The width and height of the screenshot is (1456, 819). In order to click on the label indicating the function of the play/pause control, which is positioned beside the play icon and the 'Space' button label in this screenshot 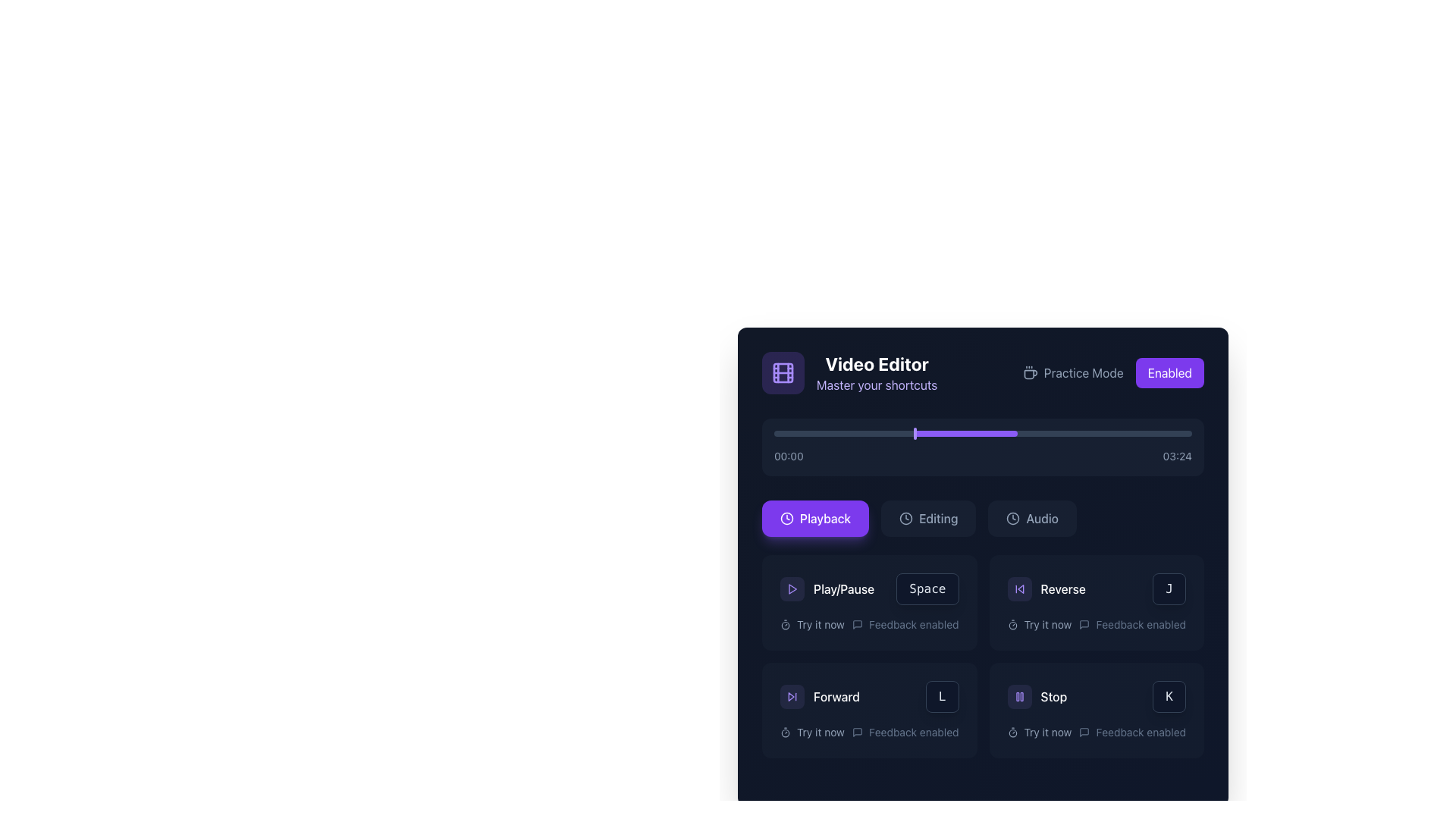, I will do `click(843, 588)`.